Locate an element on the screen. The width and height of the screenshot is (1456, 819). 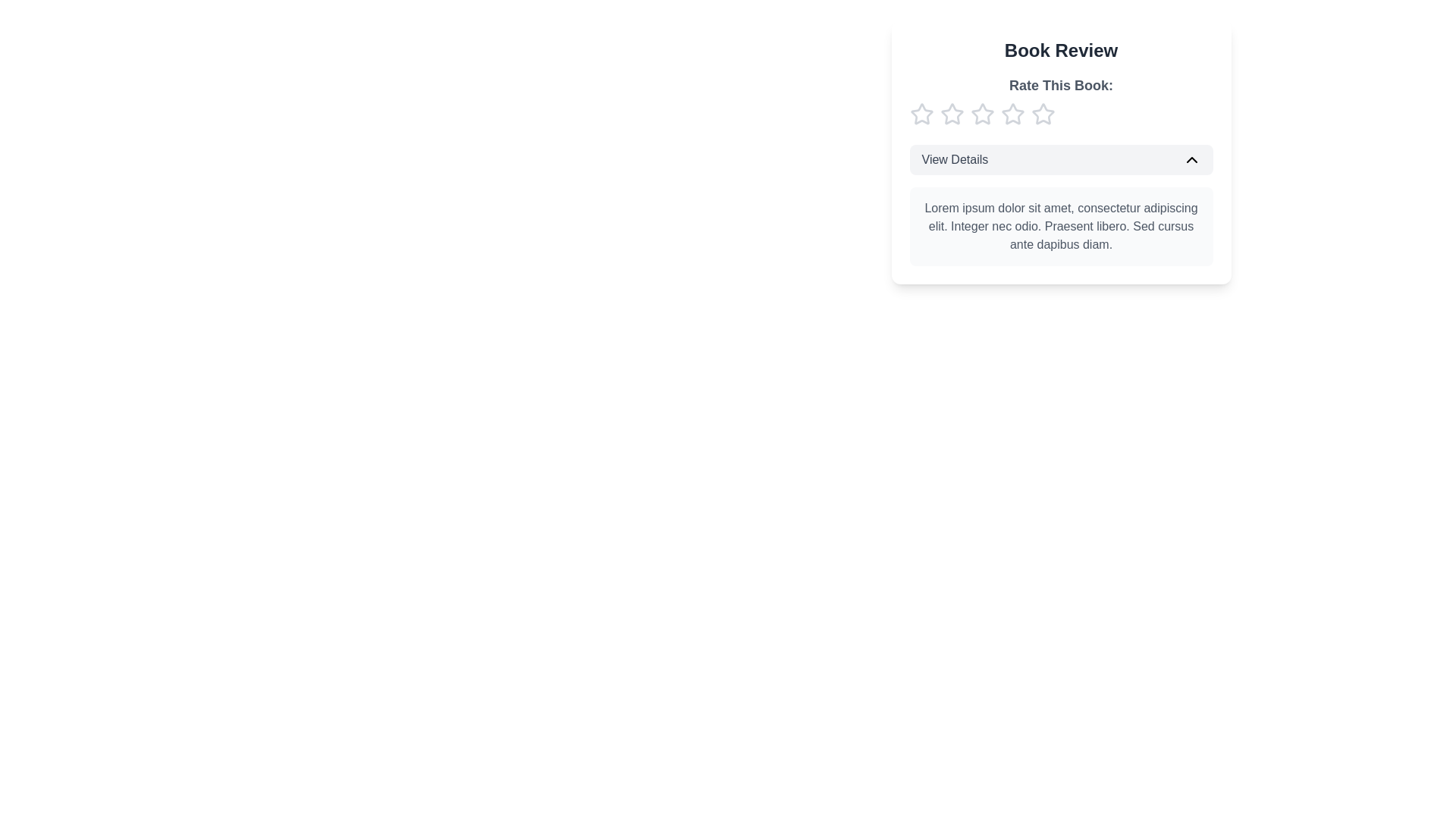
the fourth star icon in the rating widget is located at coordinates (1042, 113).